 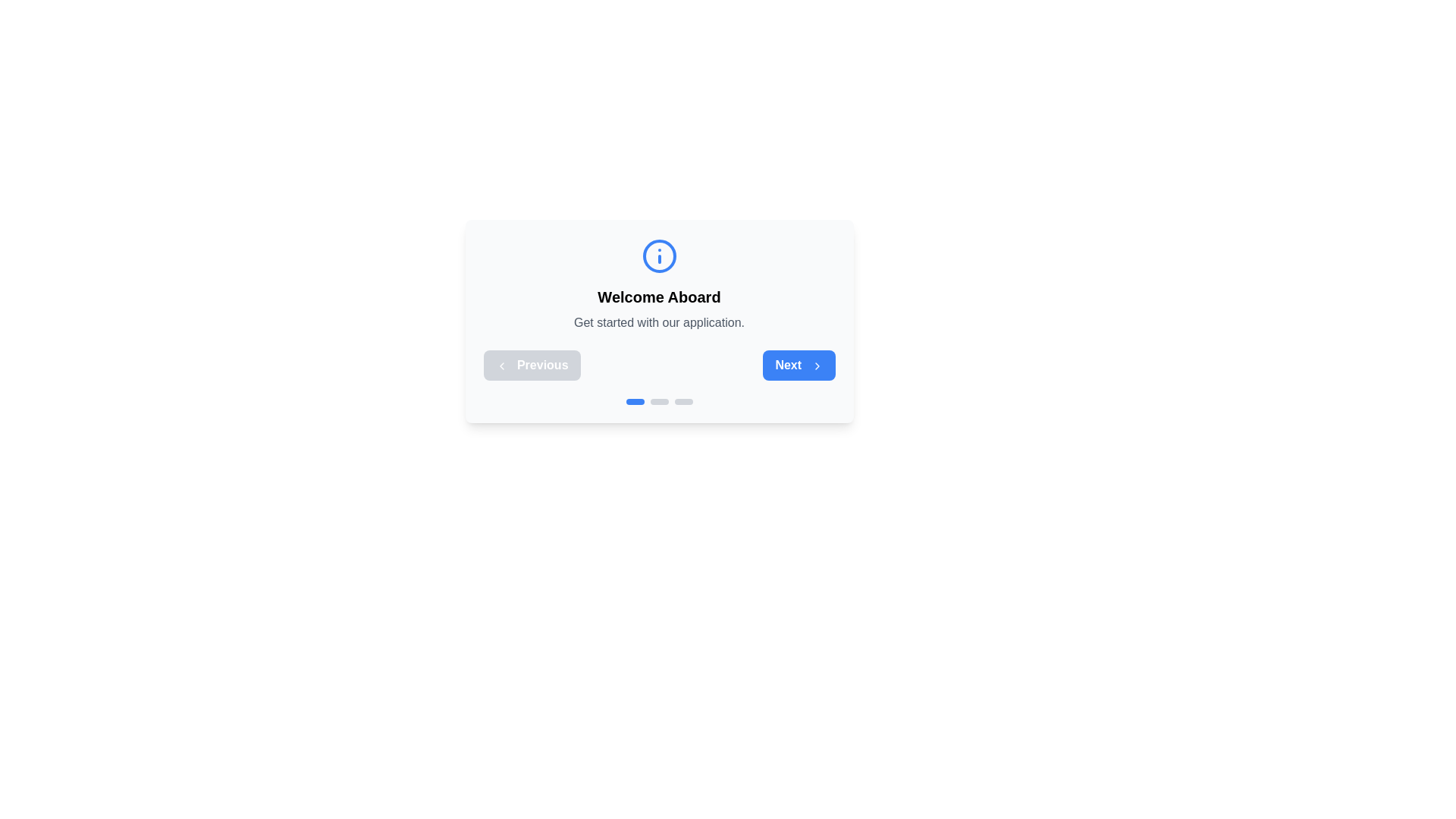 What do you see at coordinates (682, 400) in the screenshot?
I see `the third light gray rectangular indicator for navigation step located near the bottom center of the modal` at bounding box center [682, 400].